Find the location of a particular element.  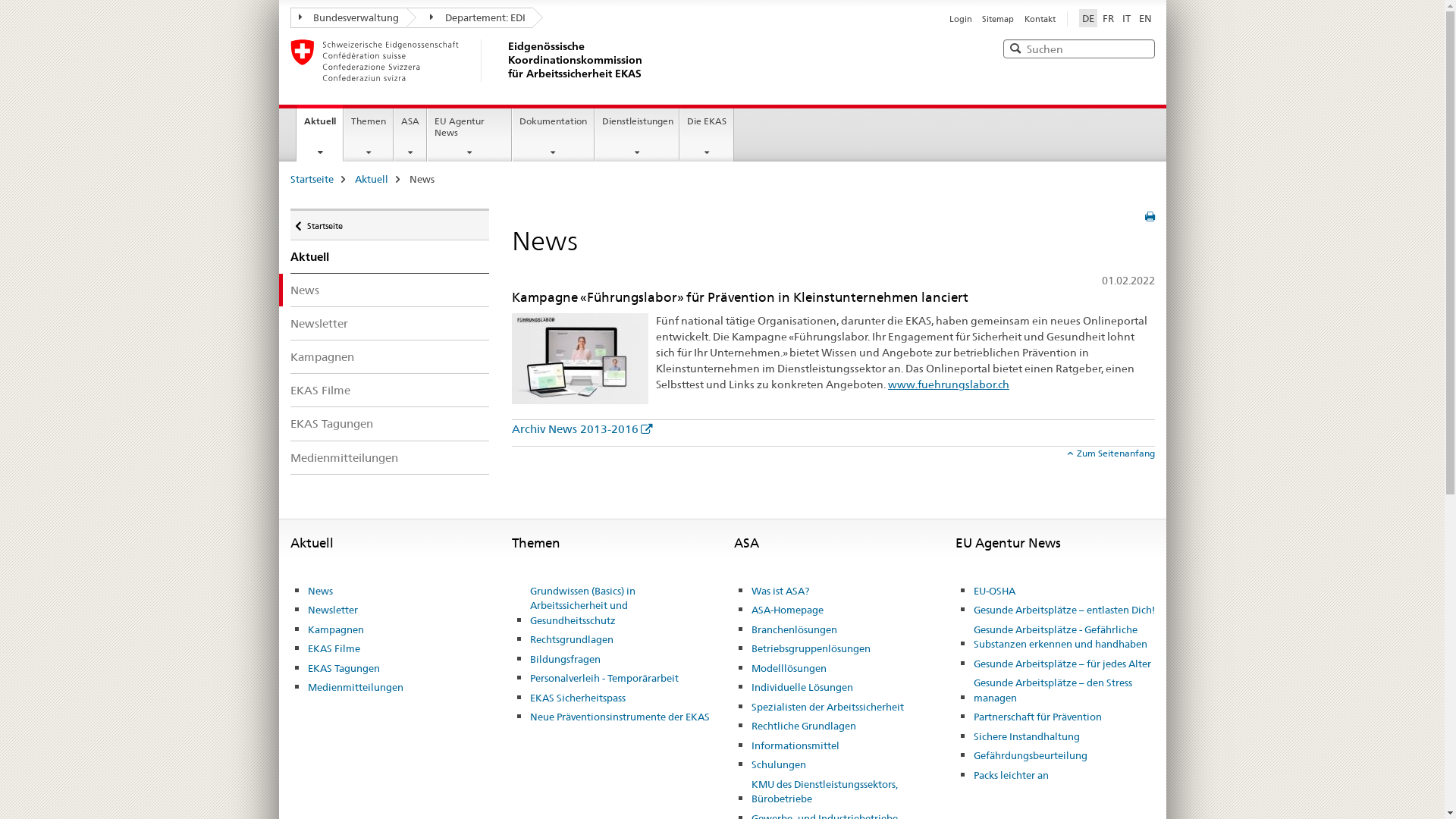

'EU Agentur News' is located at coordinates (469, 133).